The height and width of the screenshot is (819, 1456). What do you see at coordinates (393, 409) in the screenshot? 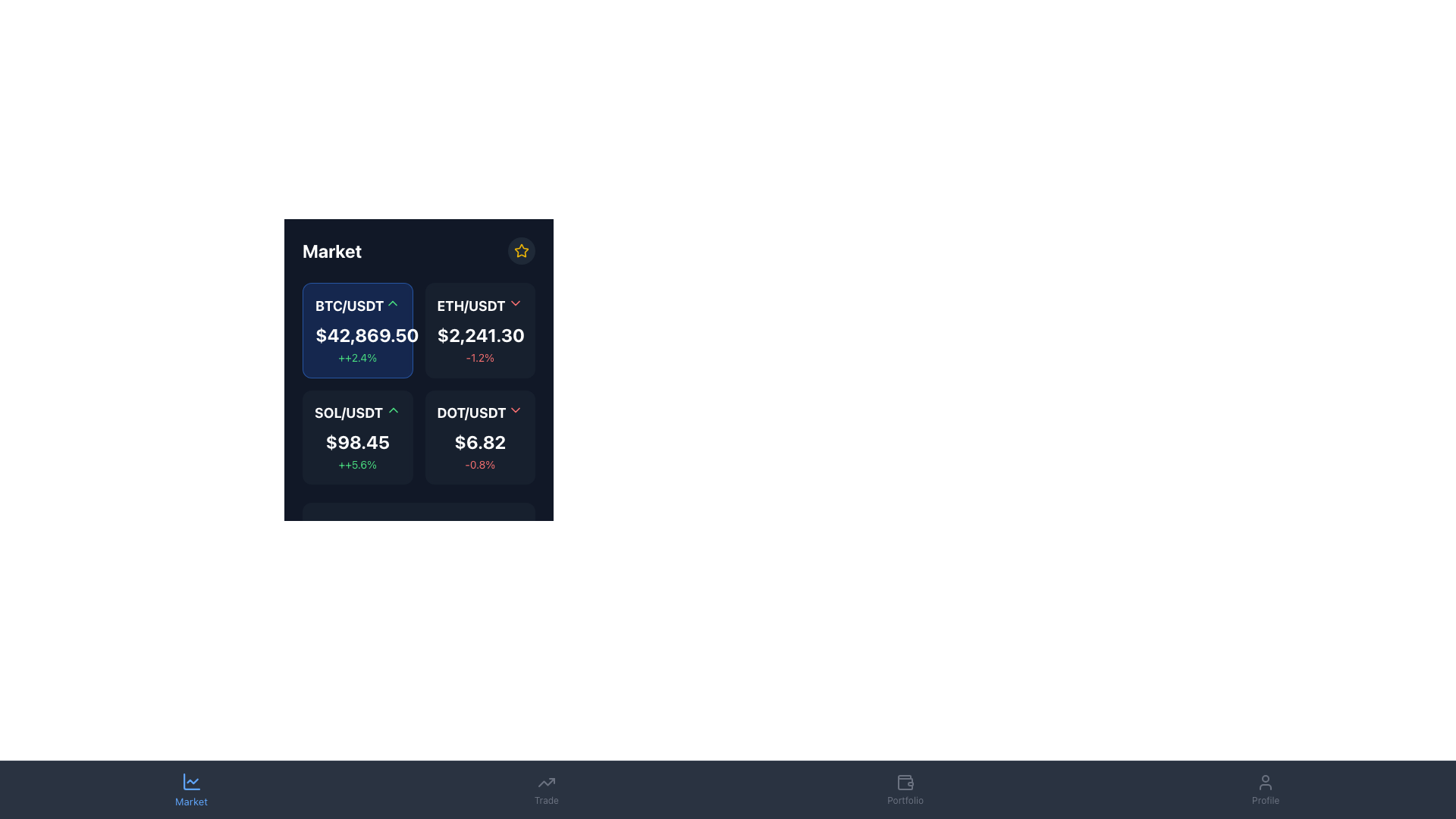
I see `the upward arrow icon located to the right of the 'SOL/USDT' label in the cryptocurrency information card` at bounding box center [393, 409].